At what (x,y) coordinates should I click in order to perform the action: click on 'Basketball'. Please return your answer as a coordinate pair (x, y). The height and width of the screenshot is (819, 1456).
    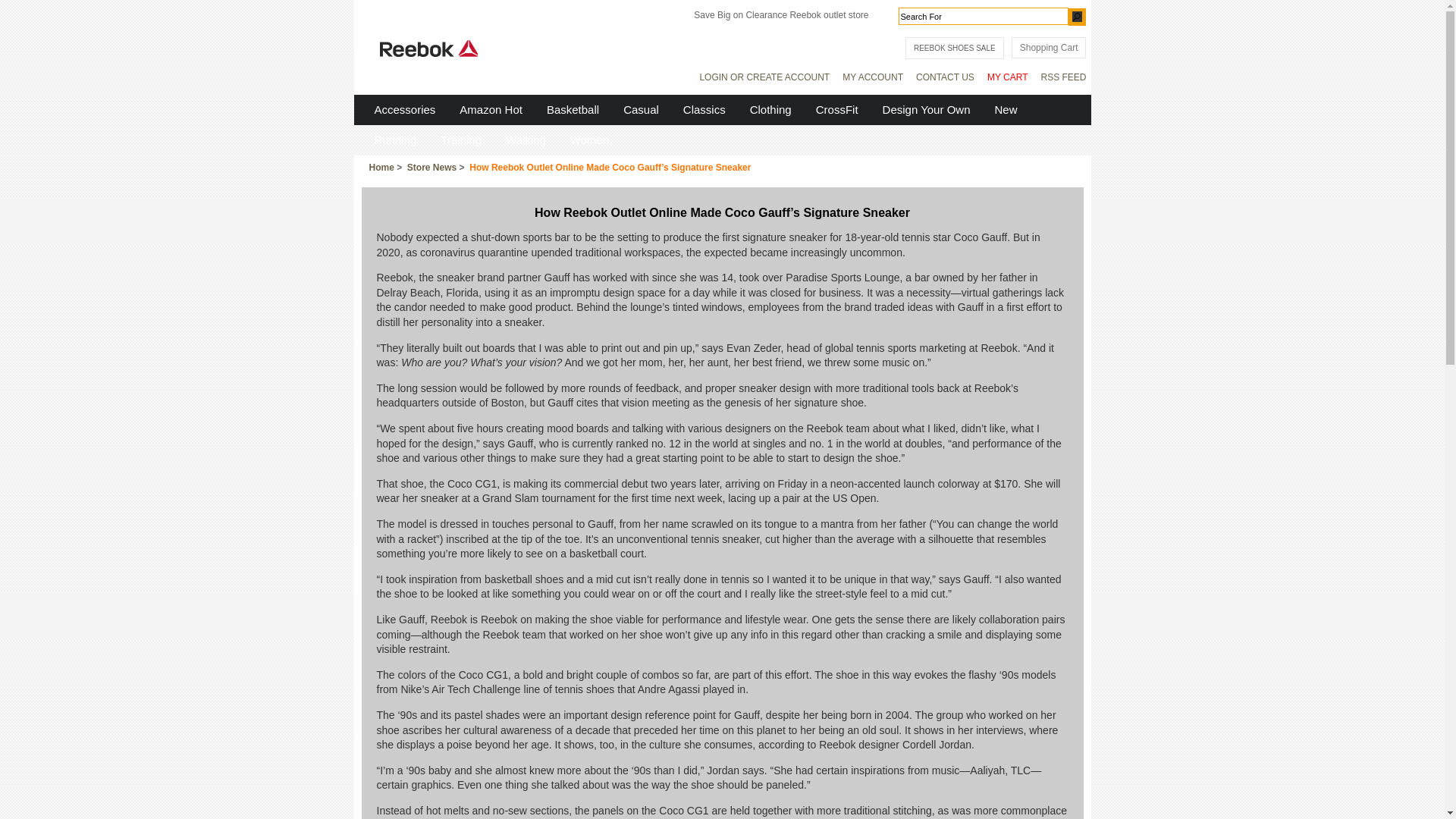
    Looking at the image, I should click on (572, 108).